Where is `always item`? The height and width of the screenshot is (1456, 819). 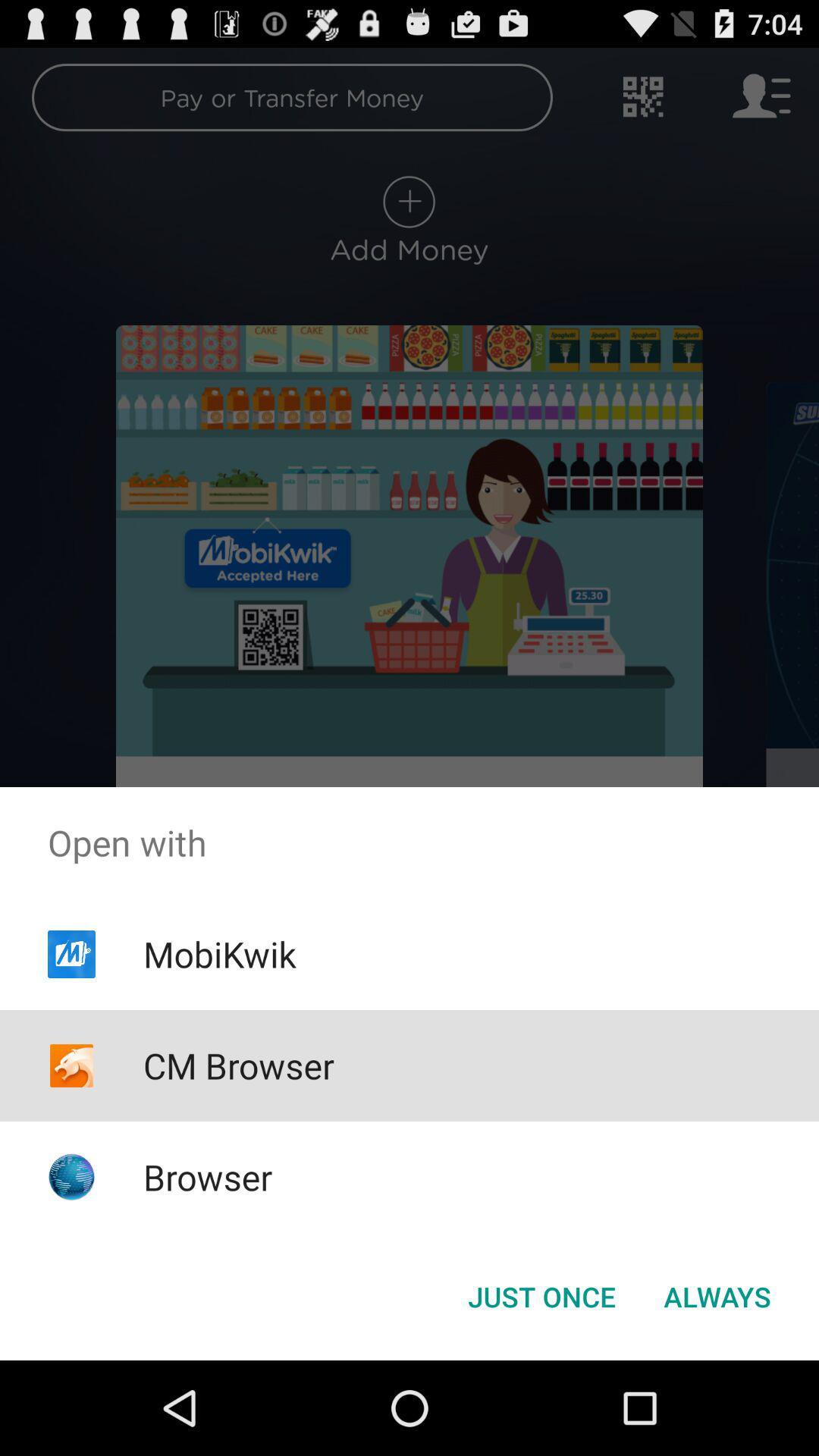 always item is located at coordinates (717, 1295).